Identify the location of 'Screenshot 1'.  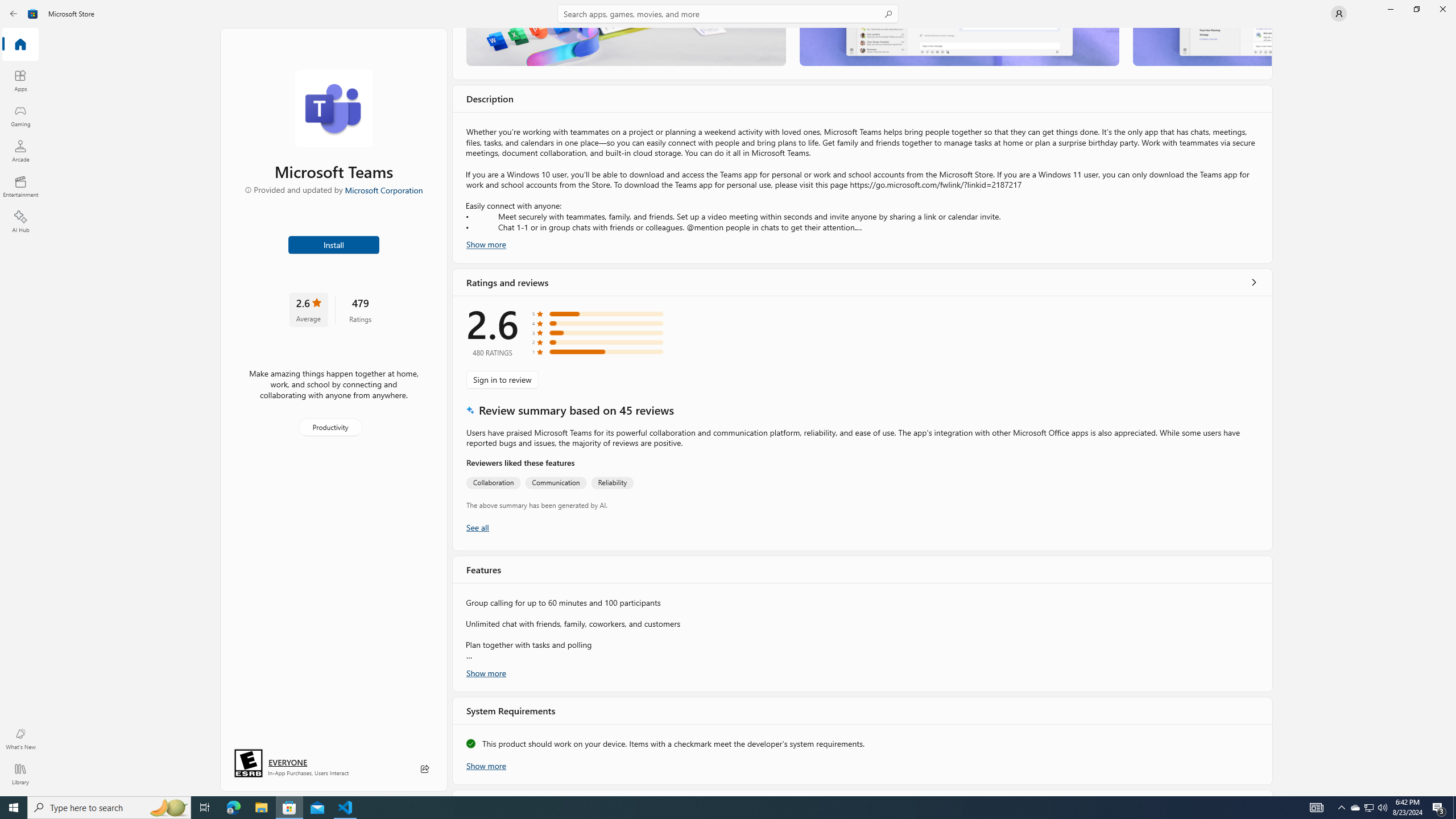
(626, 46).